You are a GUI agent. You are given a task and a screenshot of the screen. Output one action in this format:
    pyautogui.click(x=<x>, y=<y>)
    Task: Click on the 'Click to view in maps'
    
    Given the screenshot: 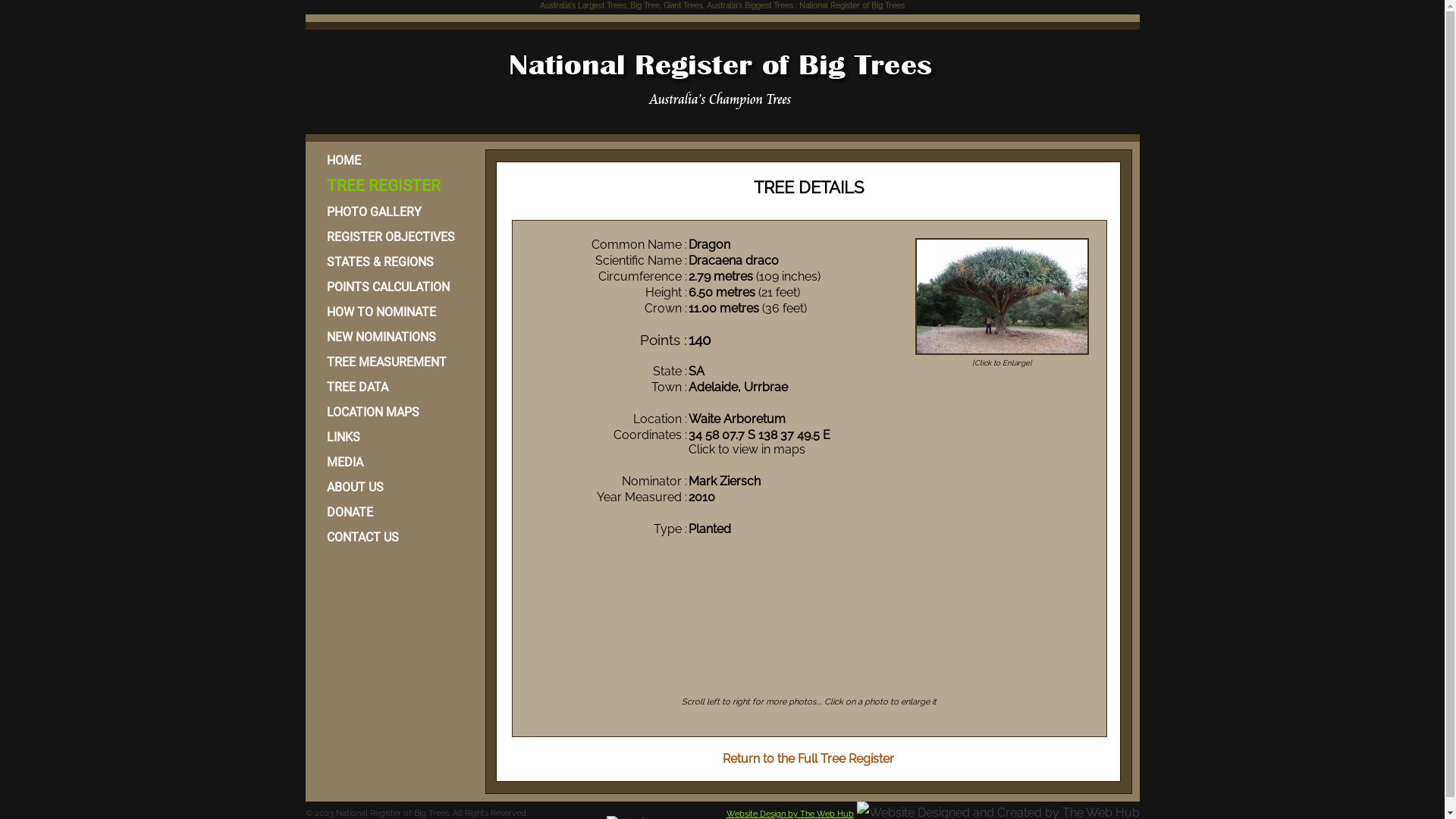 What is the action you would take?
    pyautogui.click(x=746, y=448)
    